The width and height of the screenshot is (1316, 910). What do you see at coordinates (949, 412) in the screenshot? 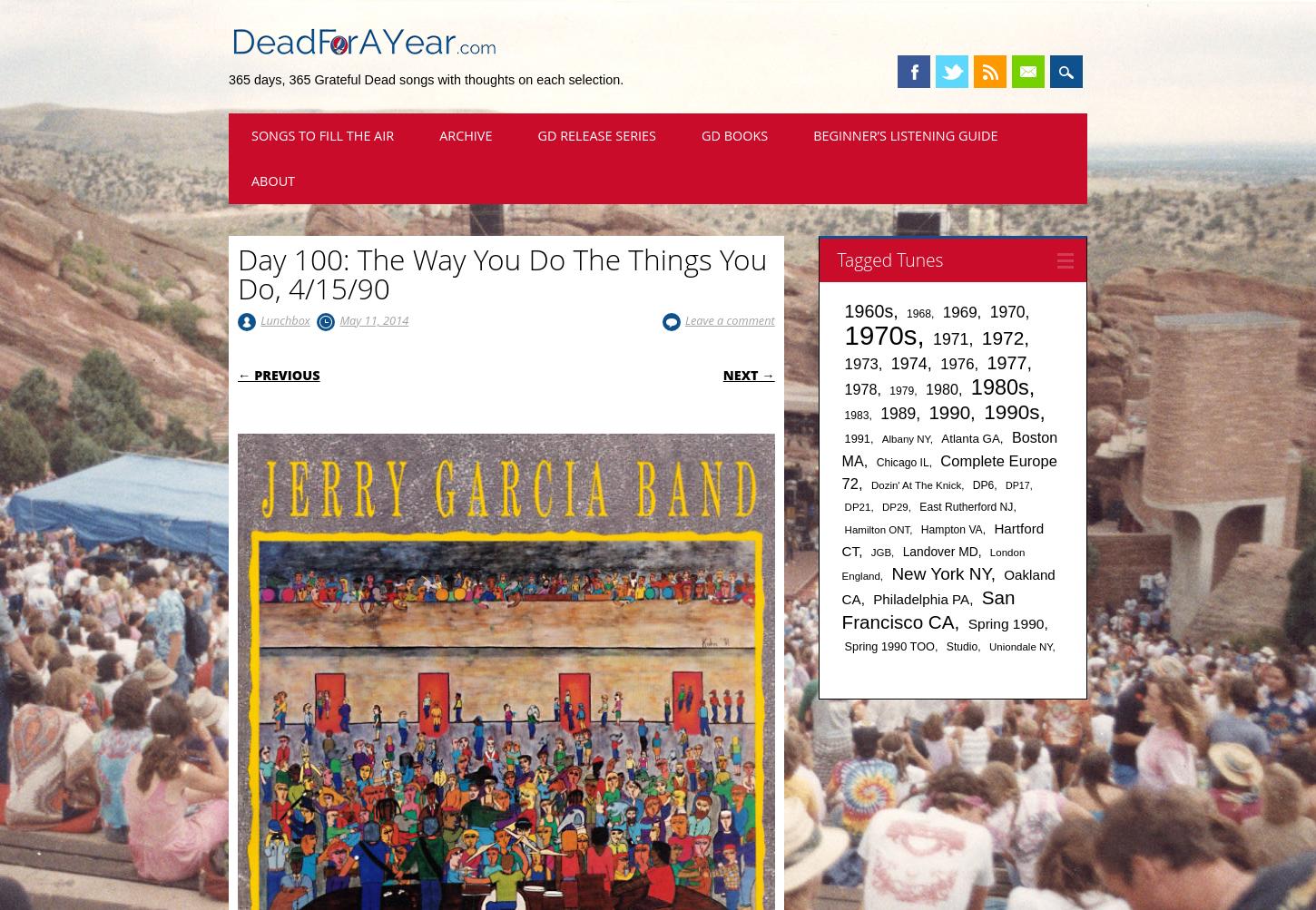
I see `'1990'` at bounding box center [949, 412].